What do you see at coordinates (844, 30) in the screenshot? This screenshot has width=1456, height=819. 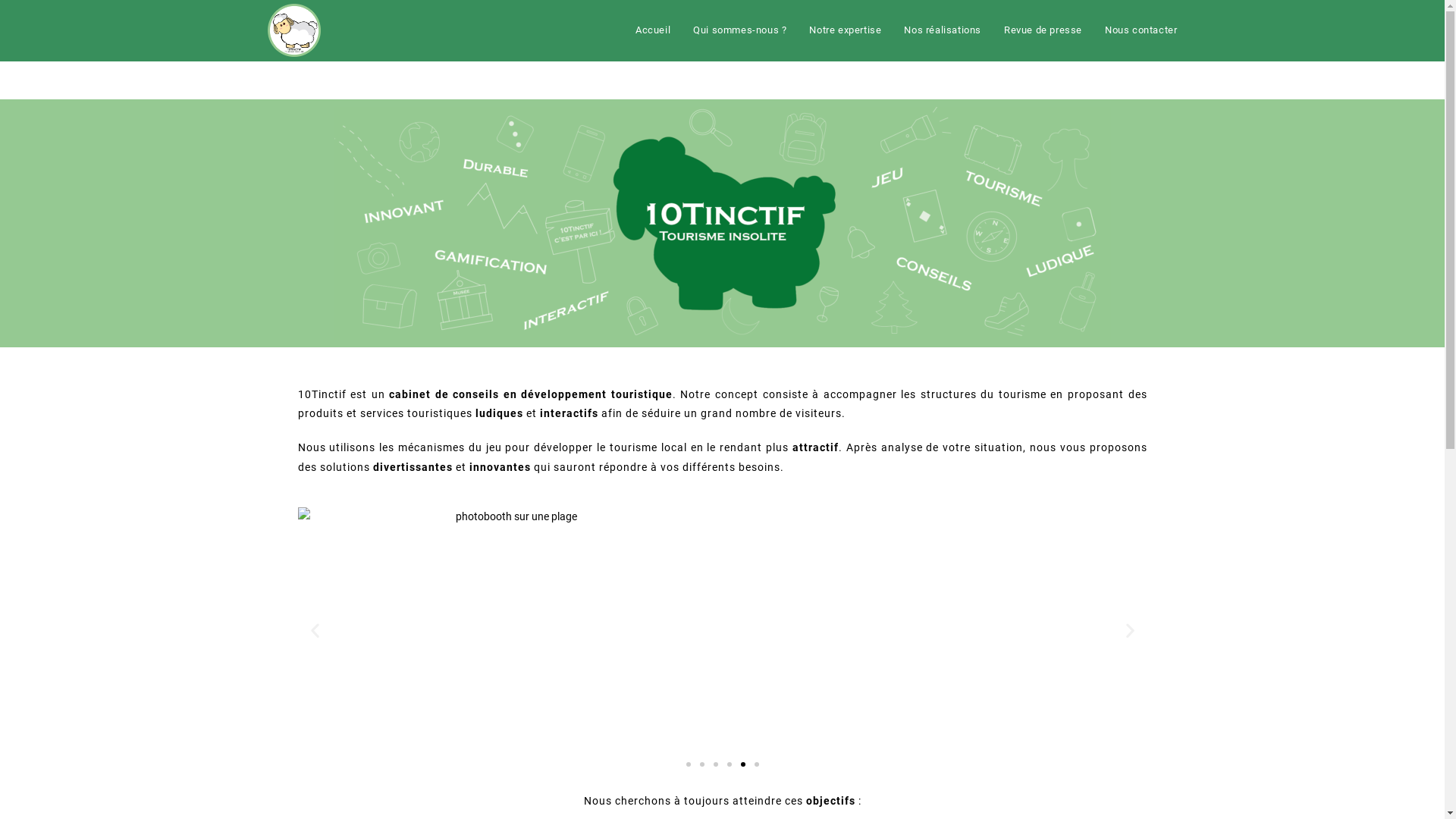 I see `'Notre expertise'` at bounding box center [844, 30].